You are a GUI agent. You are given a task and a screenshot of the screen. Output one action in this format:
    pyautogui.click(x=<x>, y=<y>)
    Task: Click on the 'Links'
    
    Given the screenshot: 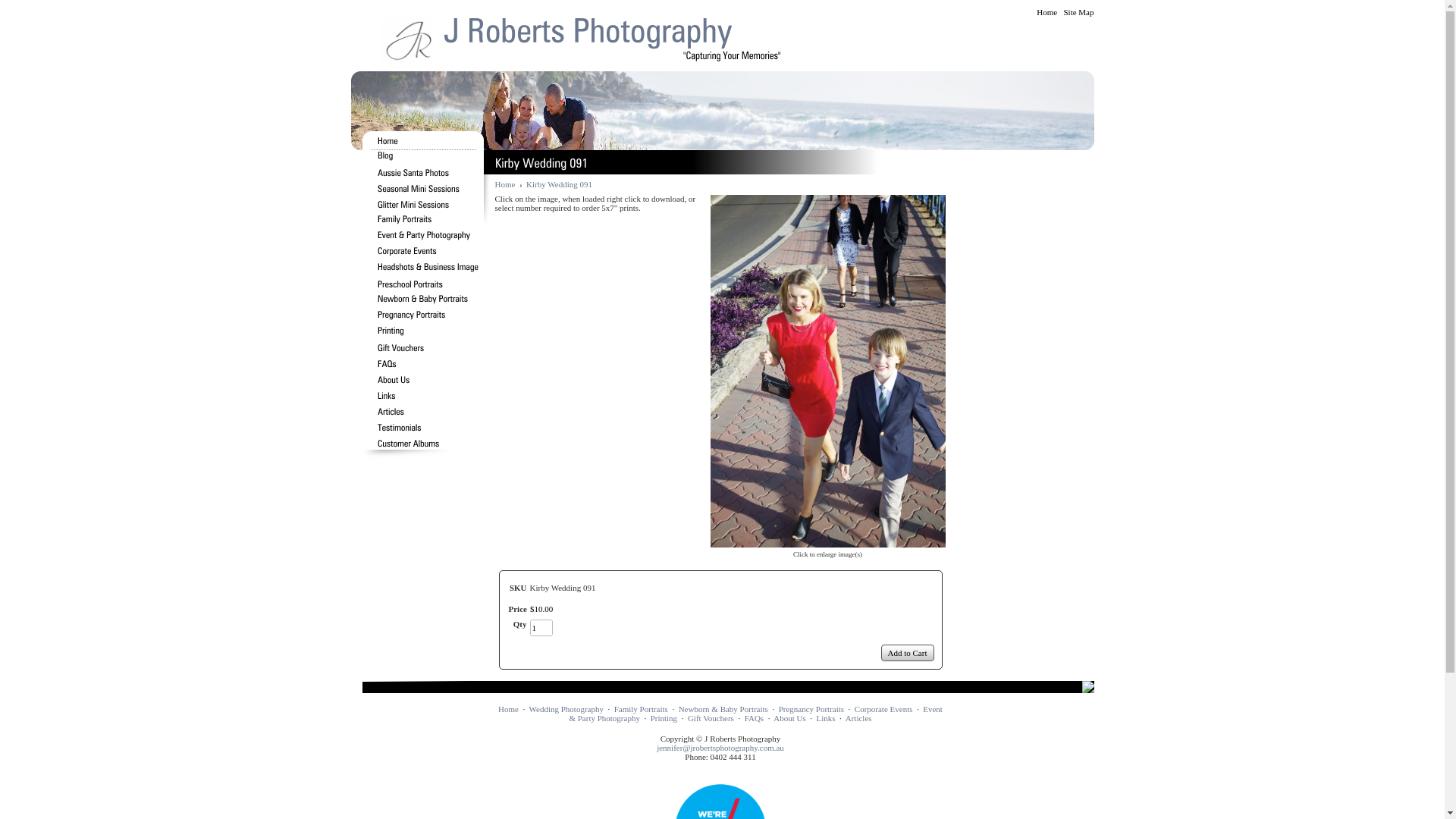 What is the action you would take?
    pyautogui.click(x=825, y=717)
    